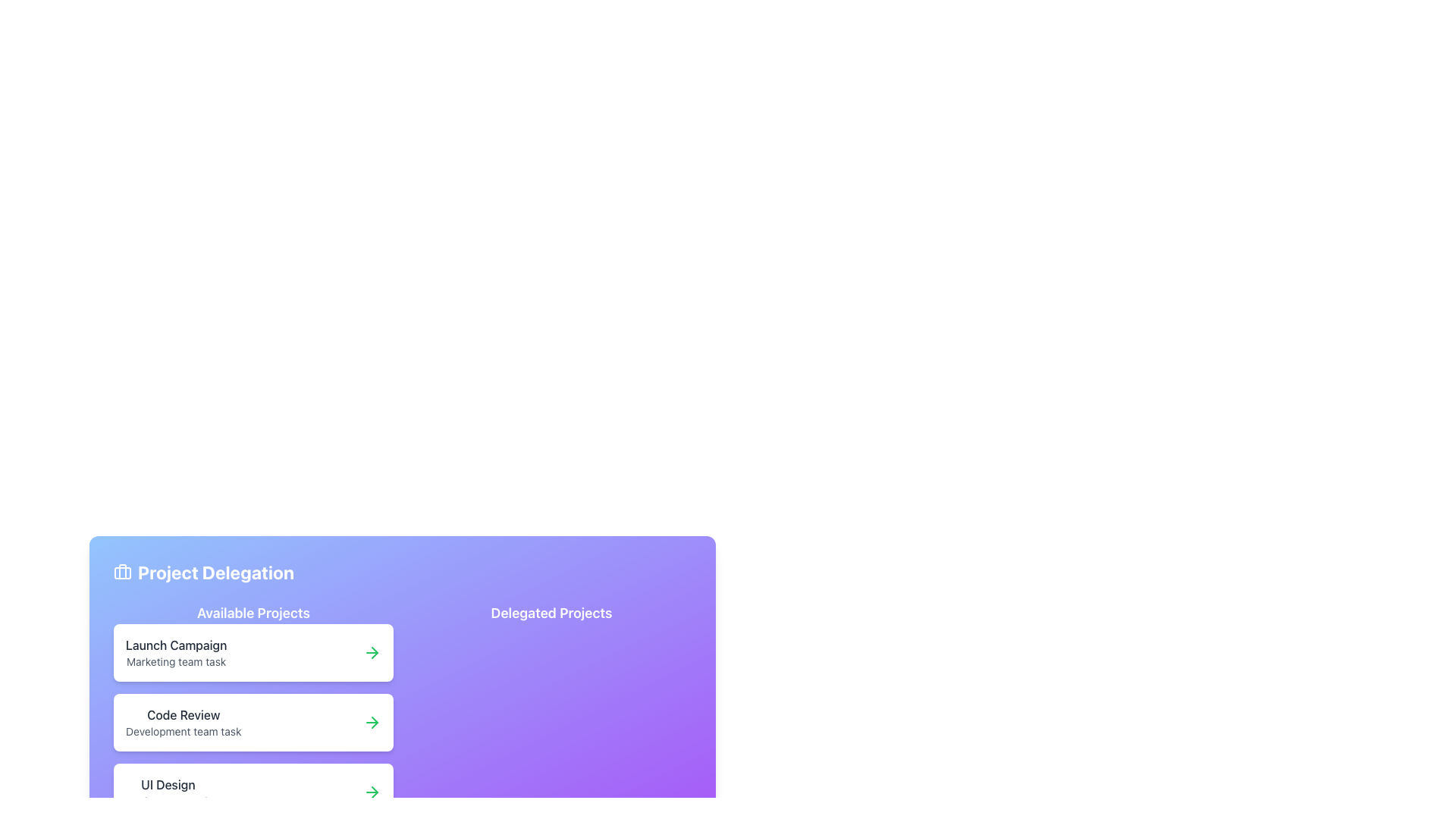 This screenshot has width=1456, height=819. Describe the element at coordinates (176, 645) in the screenshot. I see `text label 'Launch Campaign' which is bold and dark colored, located in the first card under the 'Available Projects' section` at that location.